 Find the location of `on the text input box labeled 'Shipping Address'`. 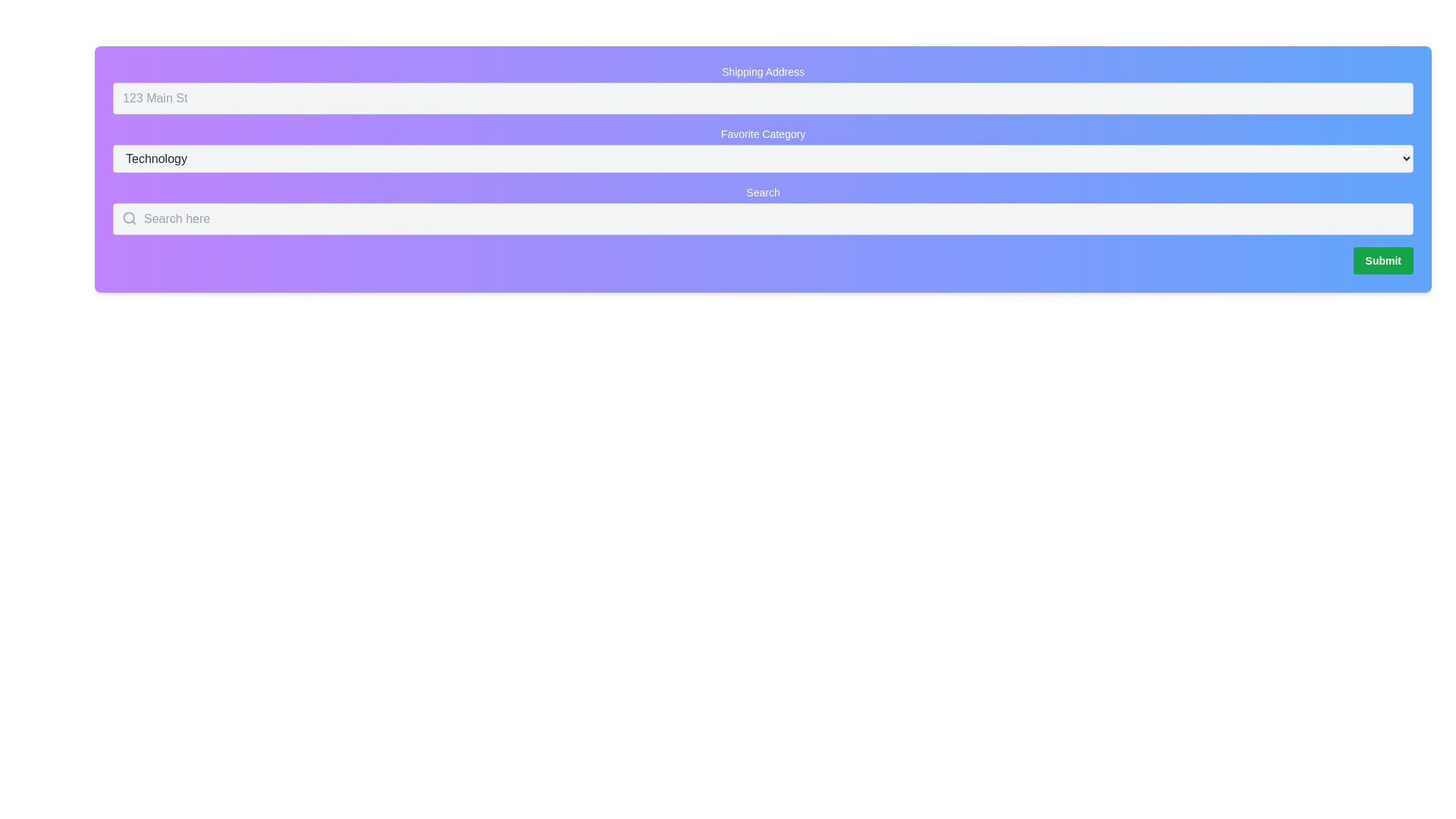

on the text input box labeled 'Shipping Address' is located at coordinates (763, 89).